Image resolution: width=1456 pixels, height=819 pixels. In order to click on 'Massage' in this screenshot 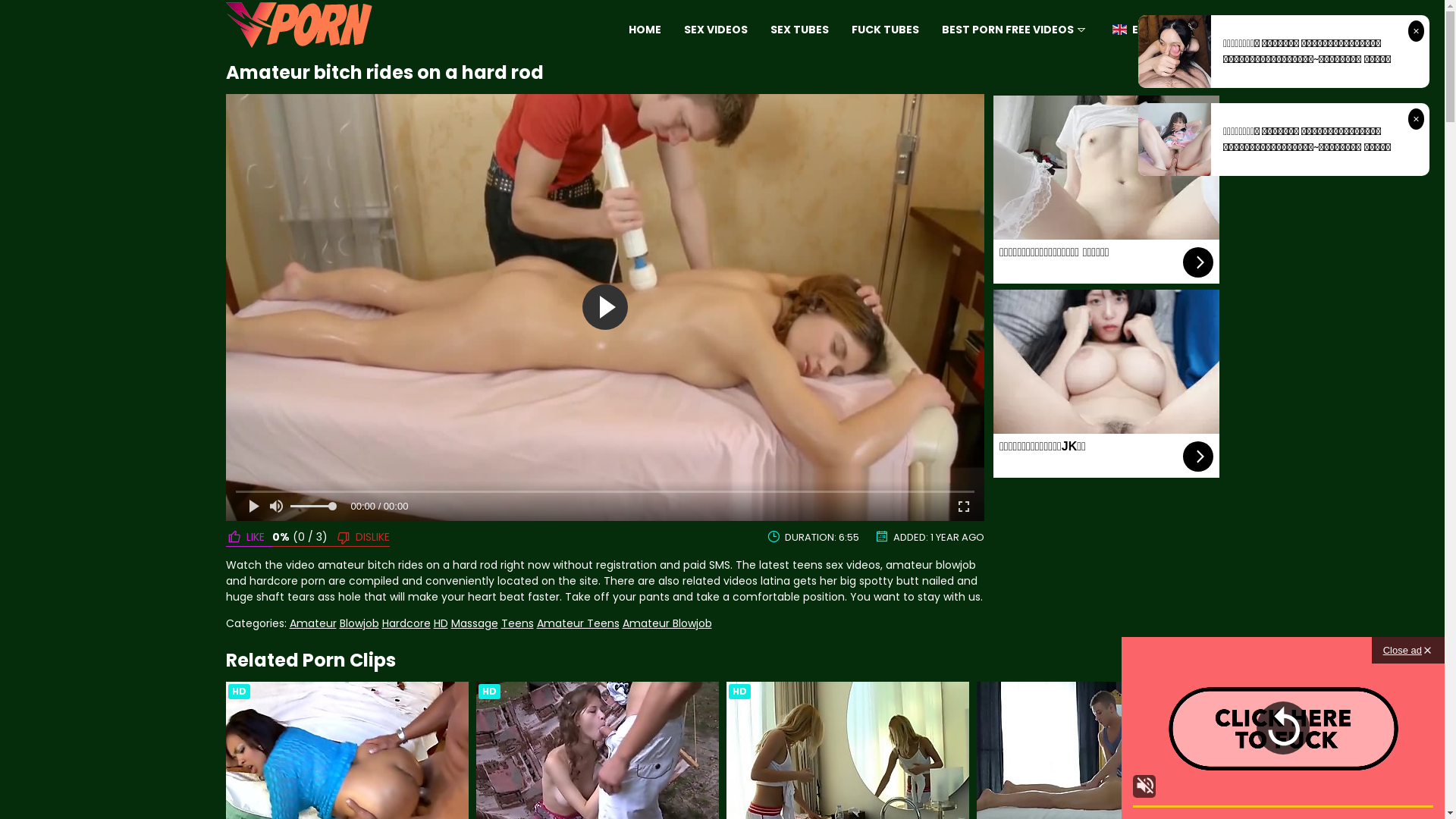, I will do `click(450, 623)`.